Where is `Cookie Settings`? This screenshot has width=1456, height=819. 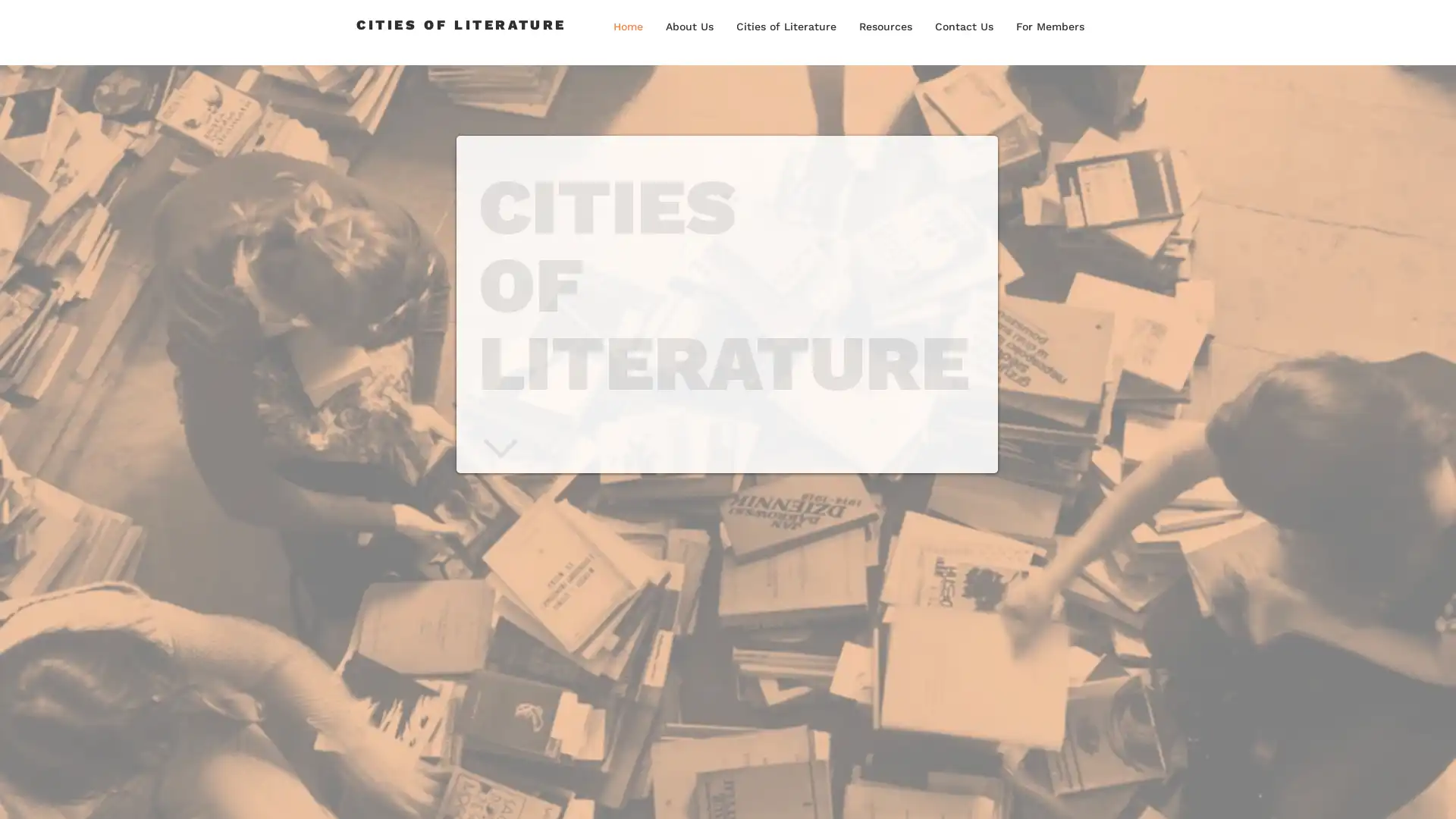 Cookie Settings is located at coordinates (1291, 792).